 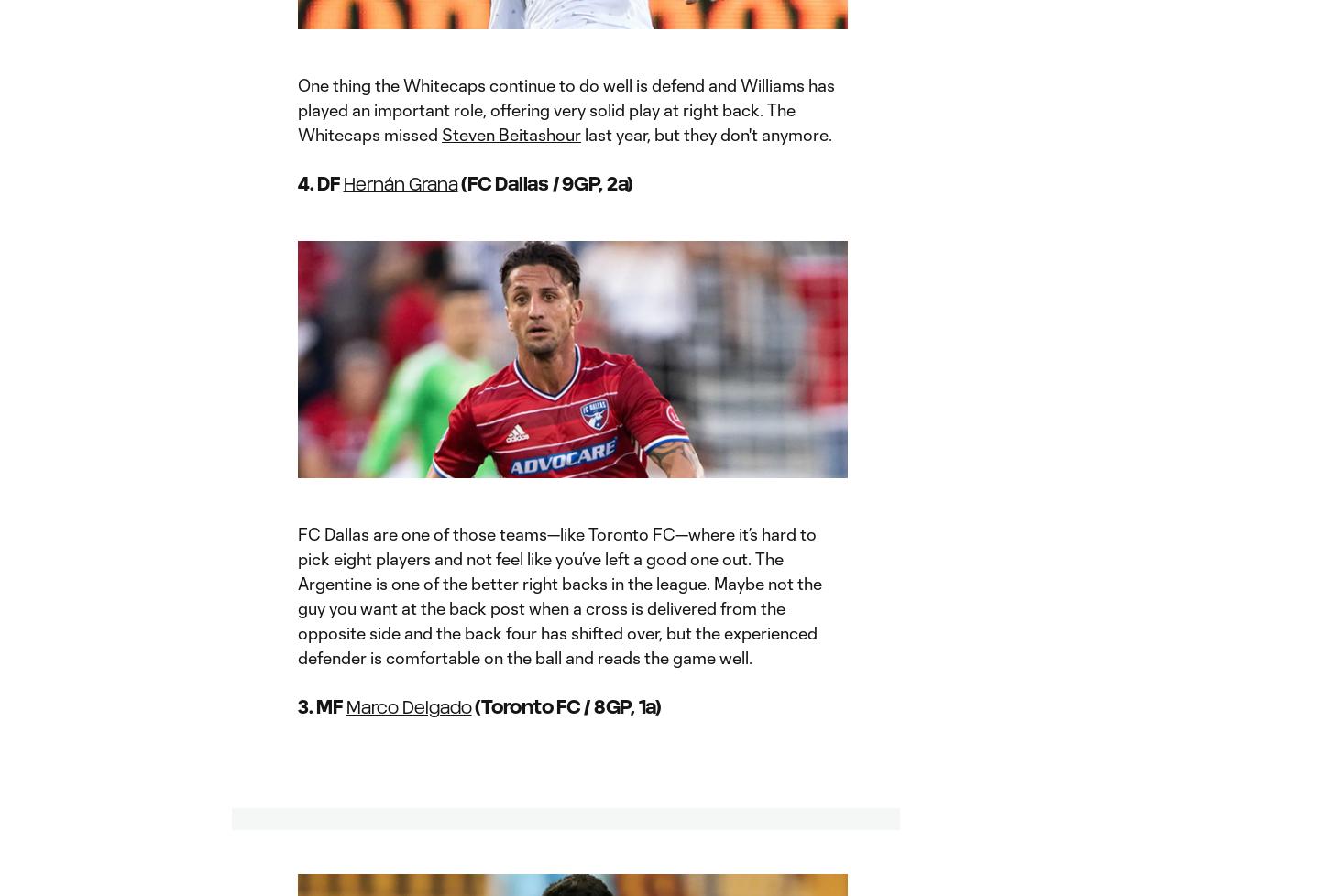 I want to click on 'One thing the Whitecaps continue to do well is defend and Williams has played an important role, offering very solid play at right back. The Whitecaps missed', so click(x=565, y=109).